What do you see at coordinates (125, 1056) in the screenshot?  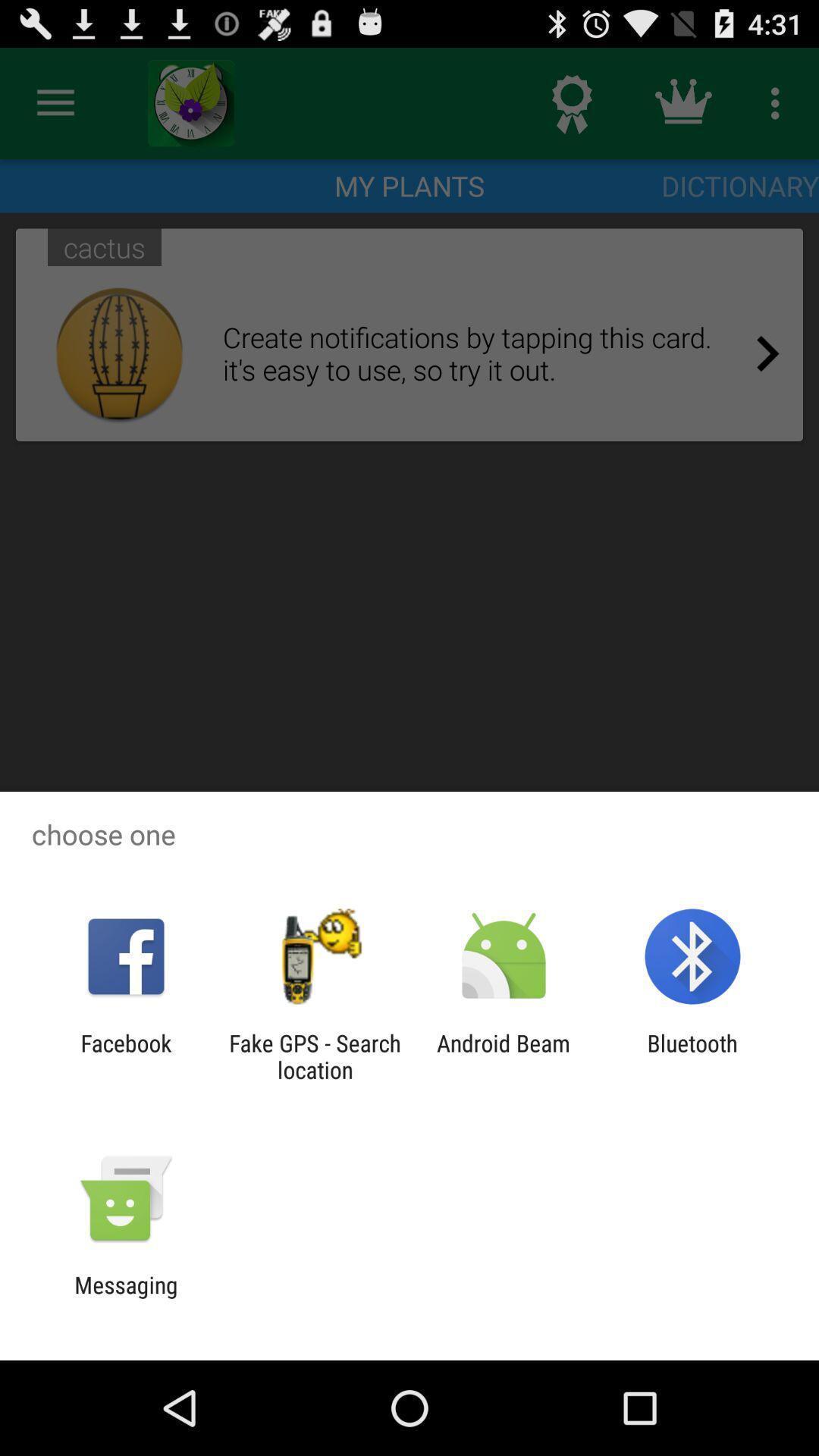 I see `app next to the fake gps search` at bounding box center [125, 1056].